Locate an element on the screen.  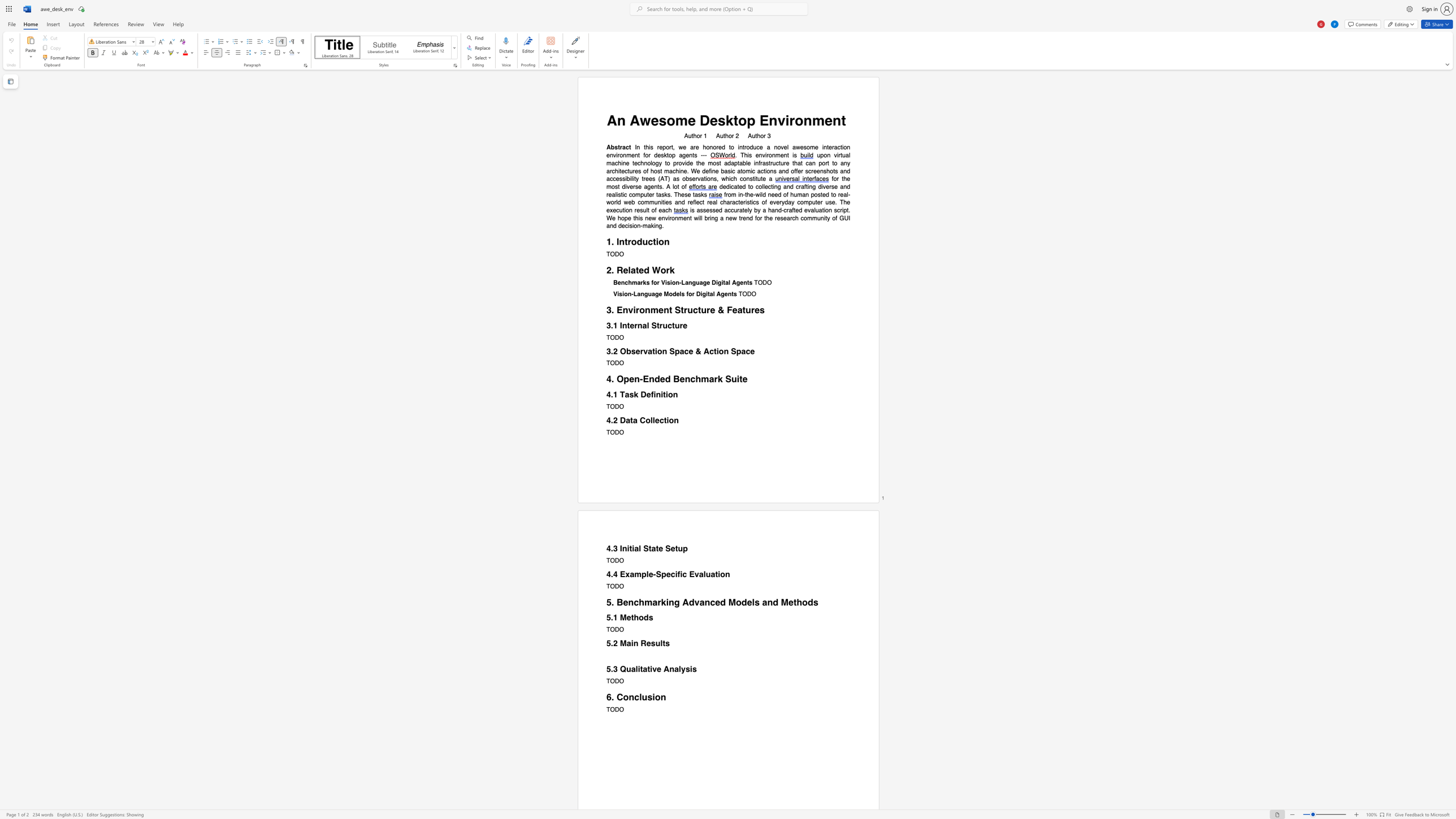
the subset text "onclus" within the text "6. Conclusion" is located at coordinates (623, 696).